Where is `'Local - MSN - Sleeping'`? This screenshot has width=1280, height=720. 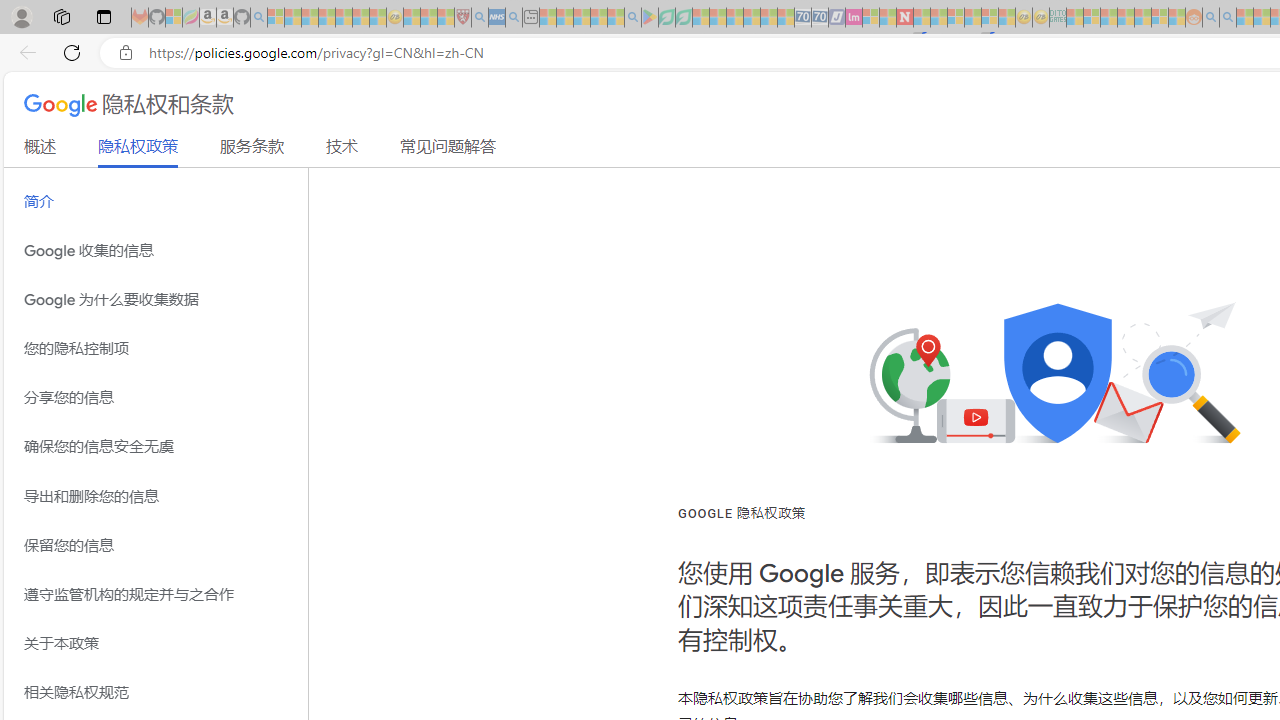 'Local - MSN - Sleeping' is located at coordinates (445, 17).